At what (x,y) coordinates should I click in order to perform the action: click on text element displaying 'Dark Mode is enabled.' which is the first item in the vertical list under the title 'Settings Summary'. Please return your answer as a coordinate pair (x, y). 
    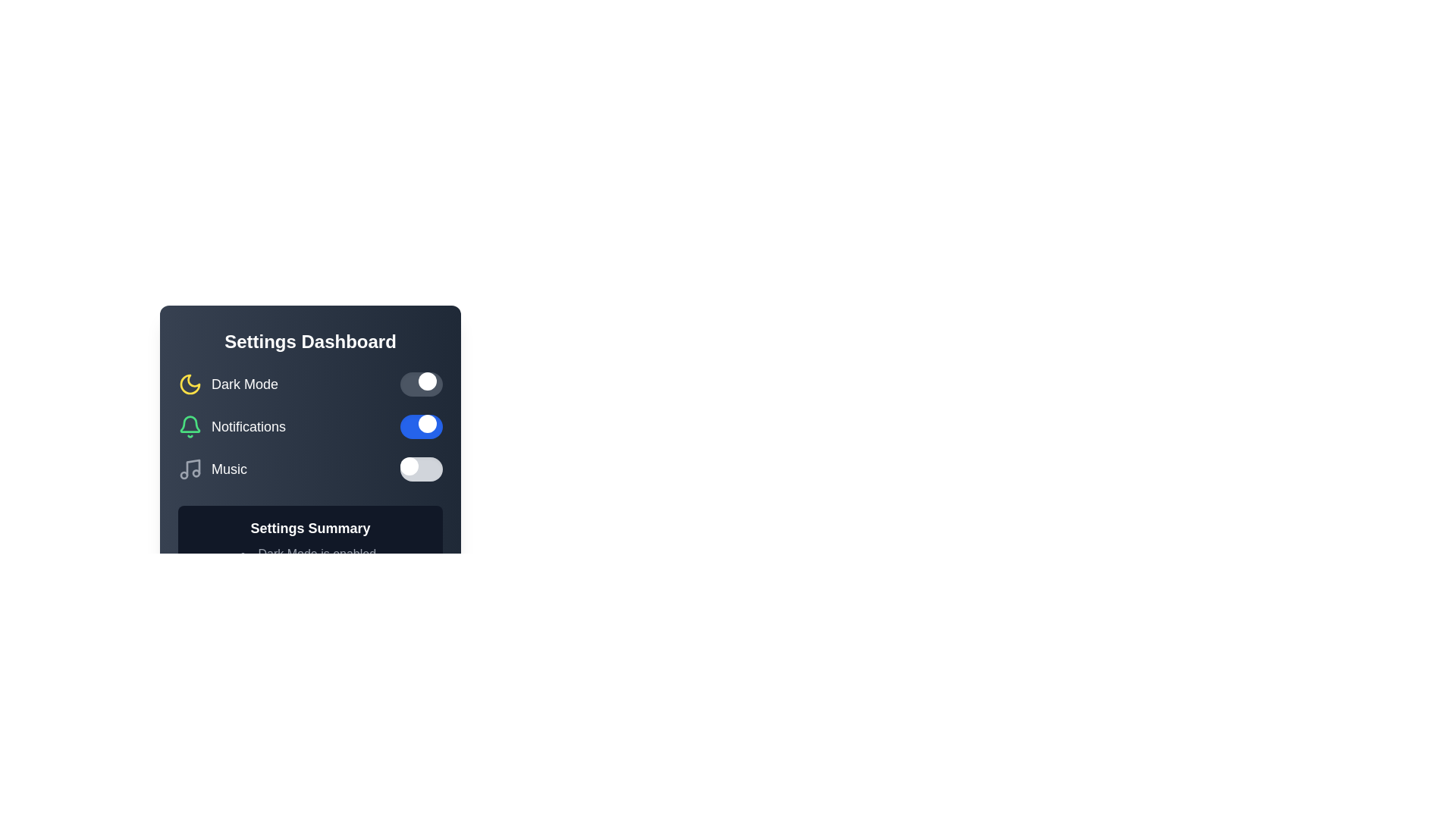
    Looking at the image, I should click on (309, 554).